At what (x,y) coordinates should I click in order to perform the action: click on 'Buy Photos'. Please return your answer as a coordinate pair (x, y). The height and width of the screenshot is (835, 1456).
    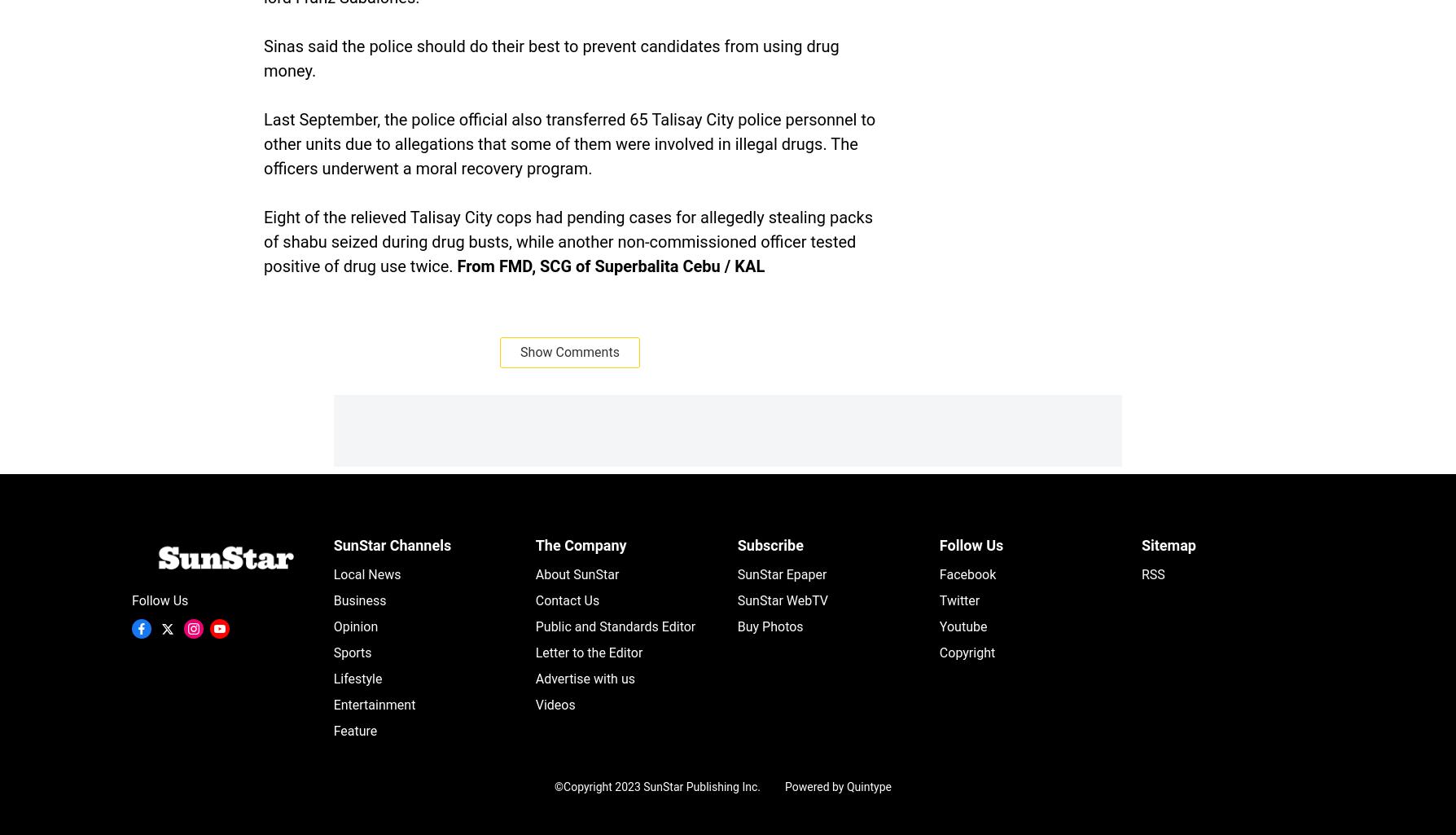
    Looking at the image, I should click on (737, 626).